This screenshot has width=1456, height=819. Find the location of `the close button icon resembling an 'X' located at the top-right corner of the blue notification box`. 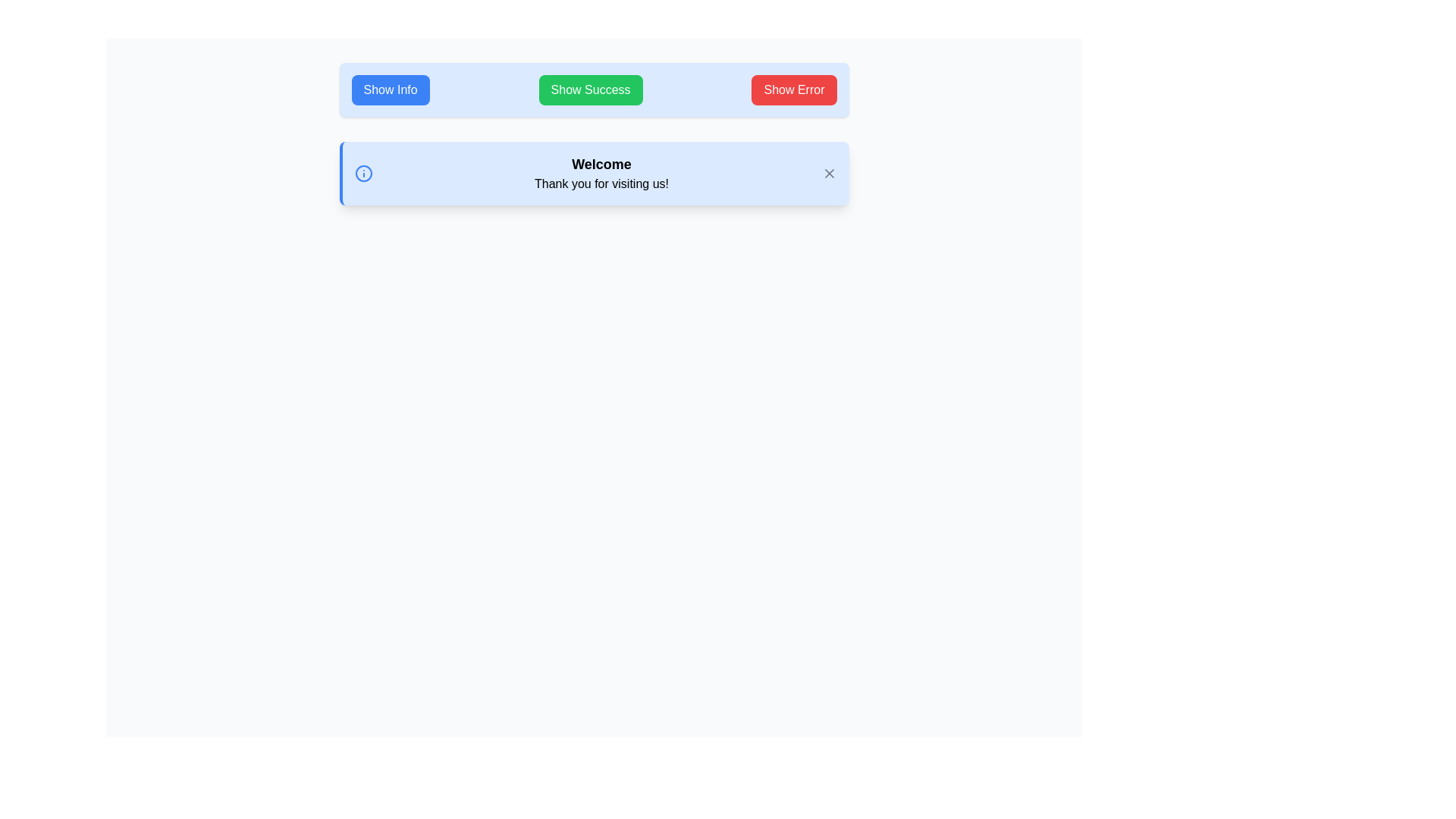

the close button icon resembling an 'X' located at the top-right corner of the blue notification box is located at coordinates (828, 172).